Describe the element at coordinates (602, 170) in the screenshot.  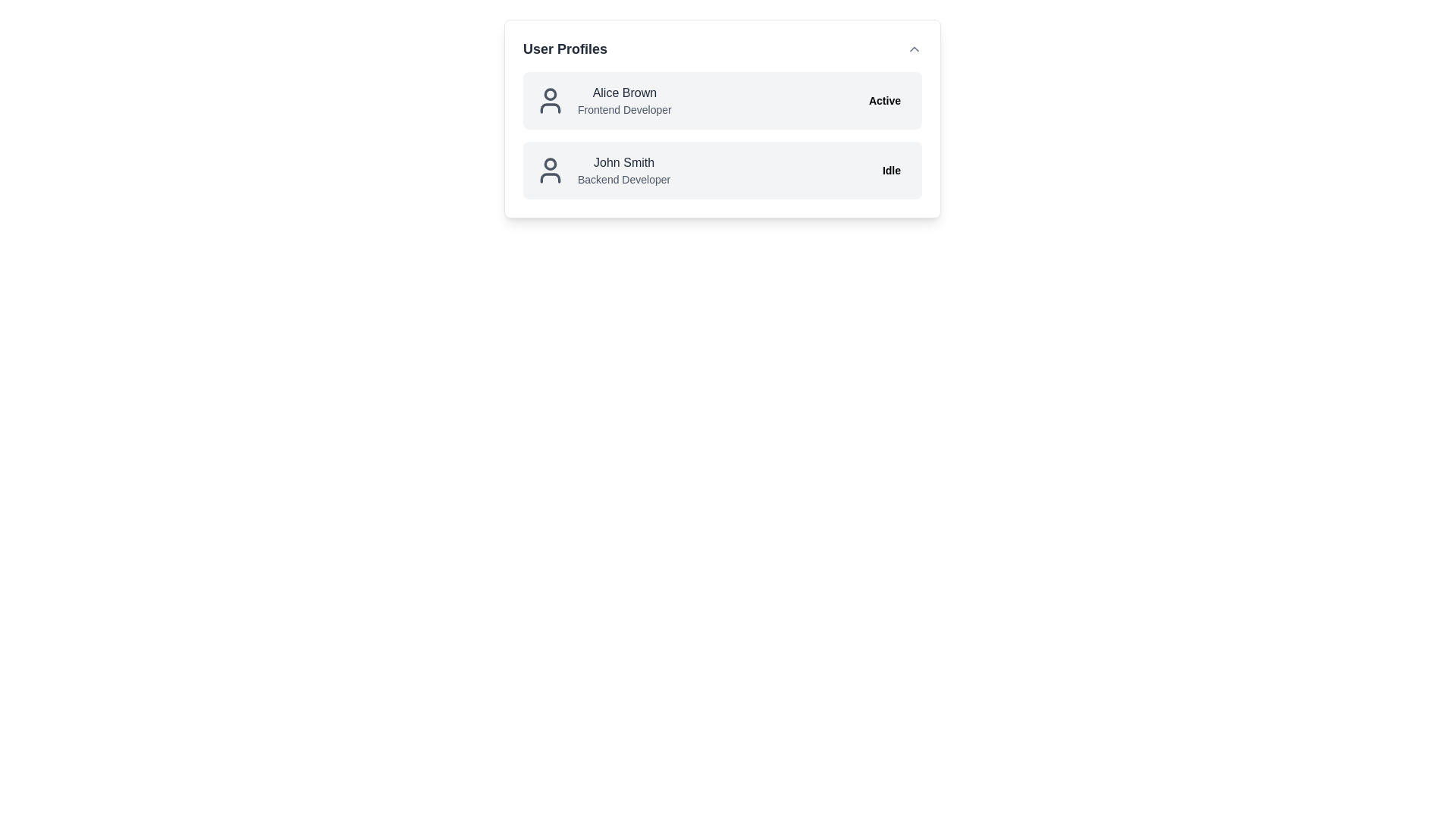
I see `the text display element showing 'John Smith' and 'Backend Developer' in the User Profiles section by moving the cursor to its center point` at that location.